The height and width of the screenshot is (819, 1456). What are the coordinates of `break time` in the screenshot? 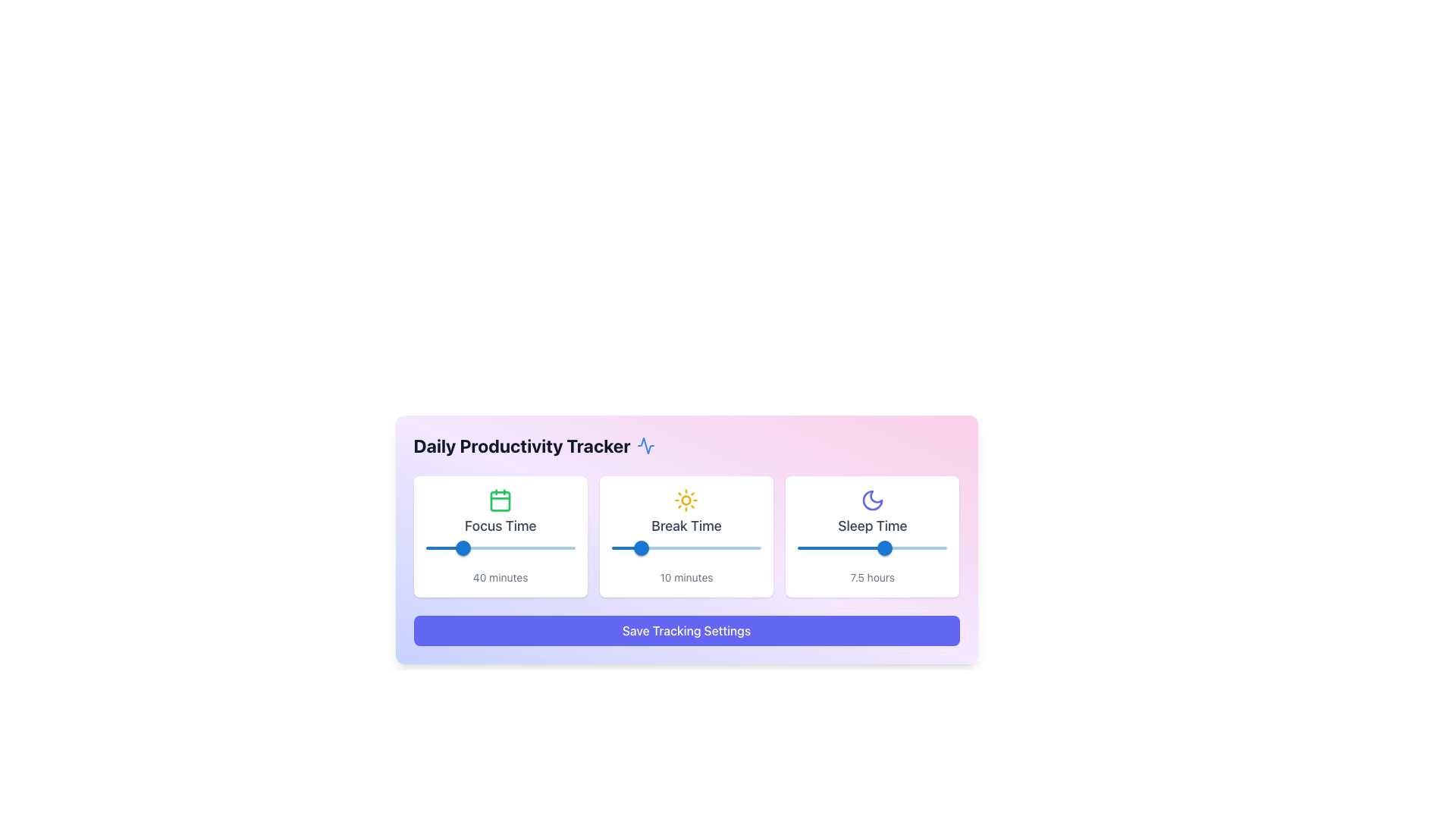 It's located at (617, 548).